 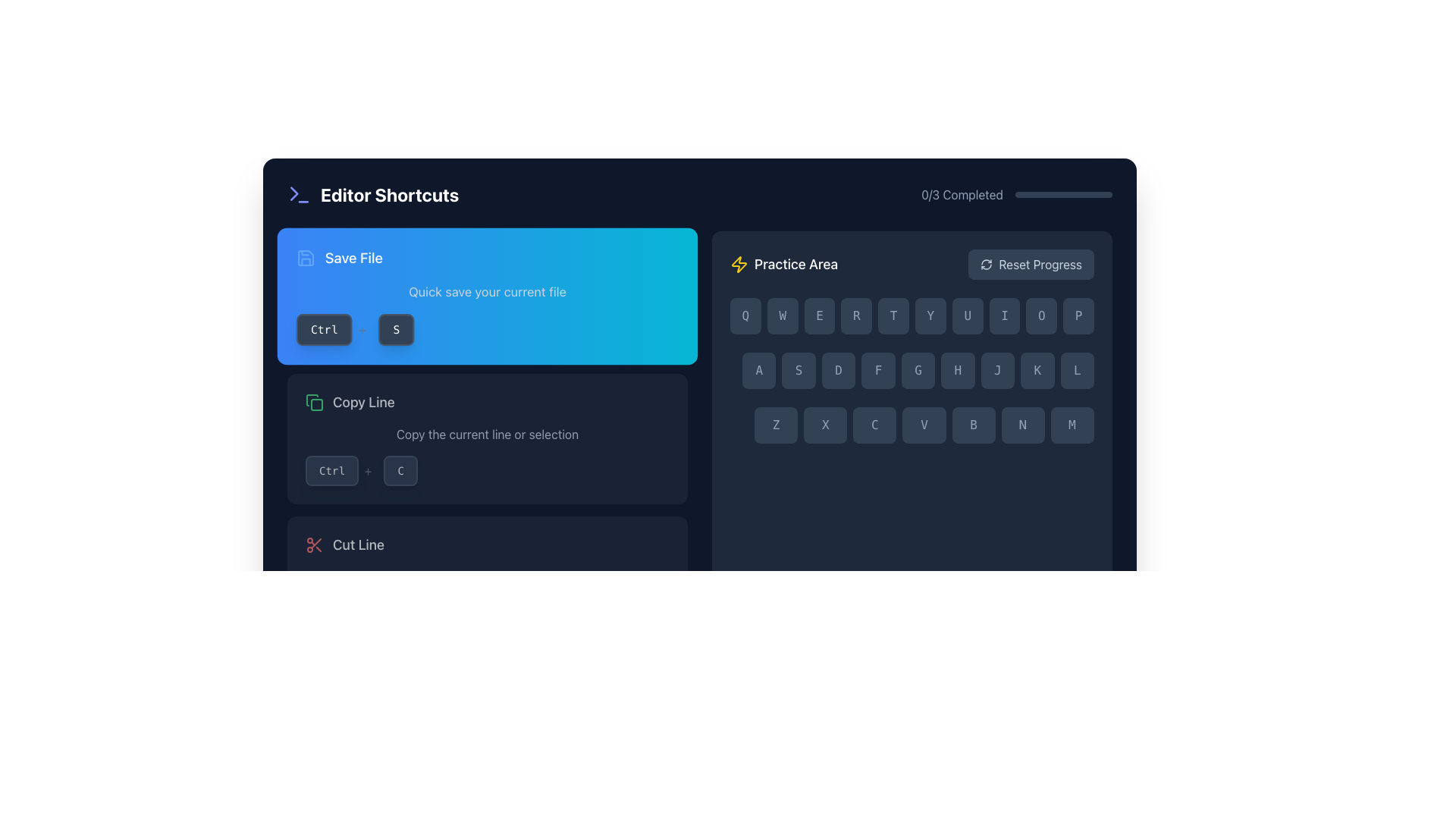 What do you see at coordinates (745, 315) in the screenshot?
I see `the character displayed on the rectangular button with a dark background and rounded corners, which contains the letter 'Q' centered within it` at bounding box center [745, 315].